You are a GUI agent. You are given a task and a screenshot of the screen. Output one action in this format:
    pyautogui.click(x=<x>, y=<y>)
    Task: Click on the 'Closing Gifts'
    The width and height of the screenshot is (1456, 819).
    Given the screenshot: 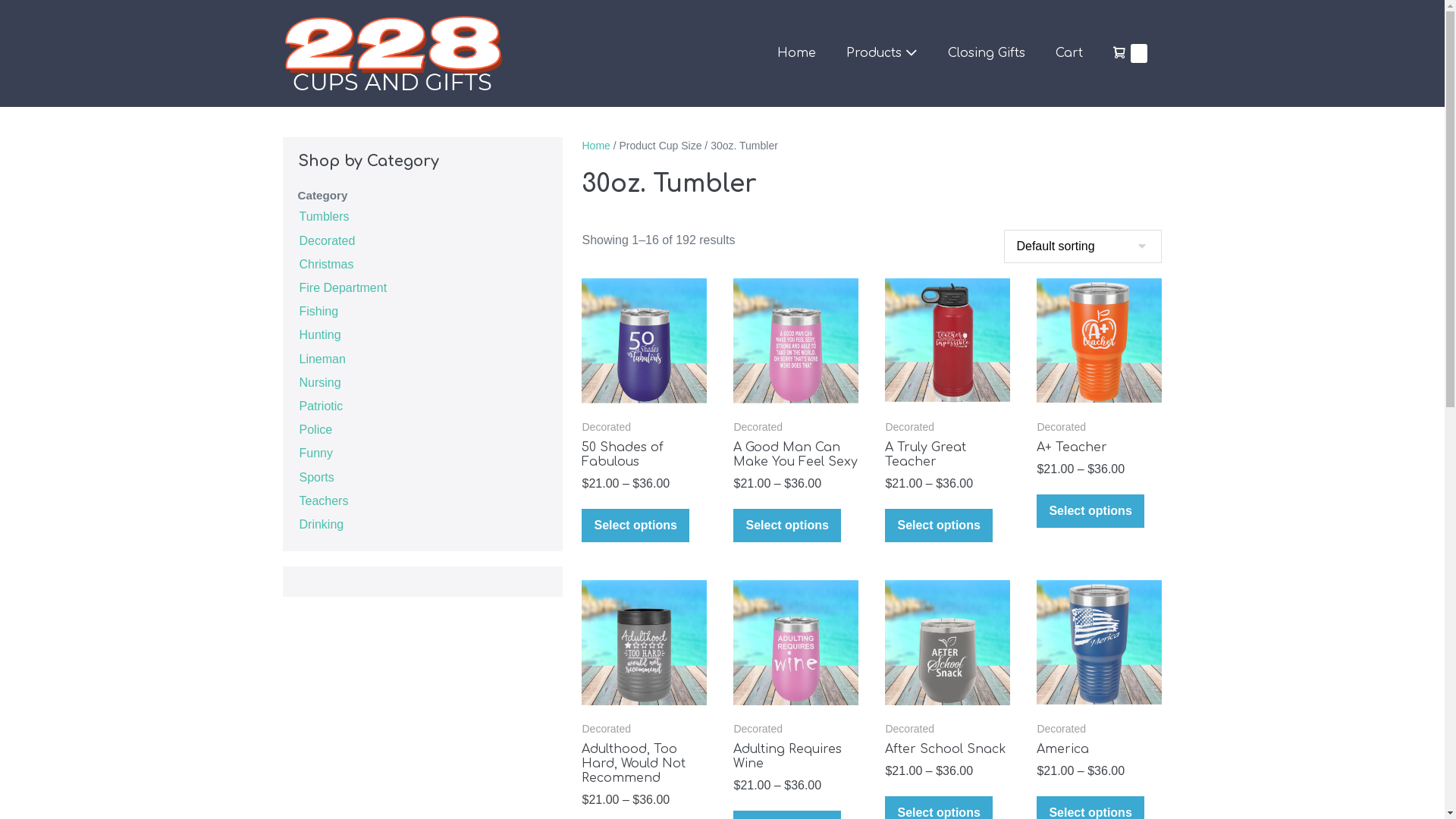 What is the action you would take?
    pyautogui.click(x=986, y=52)
    